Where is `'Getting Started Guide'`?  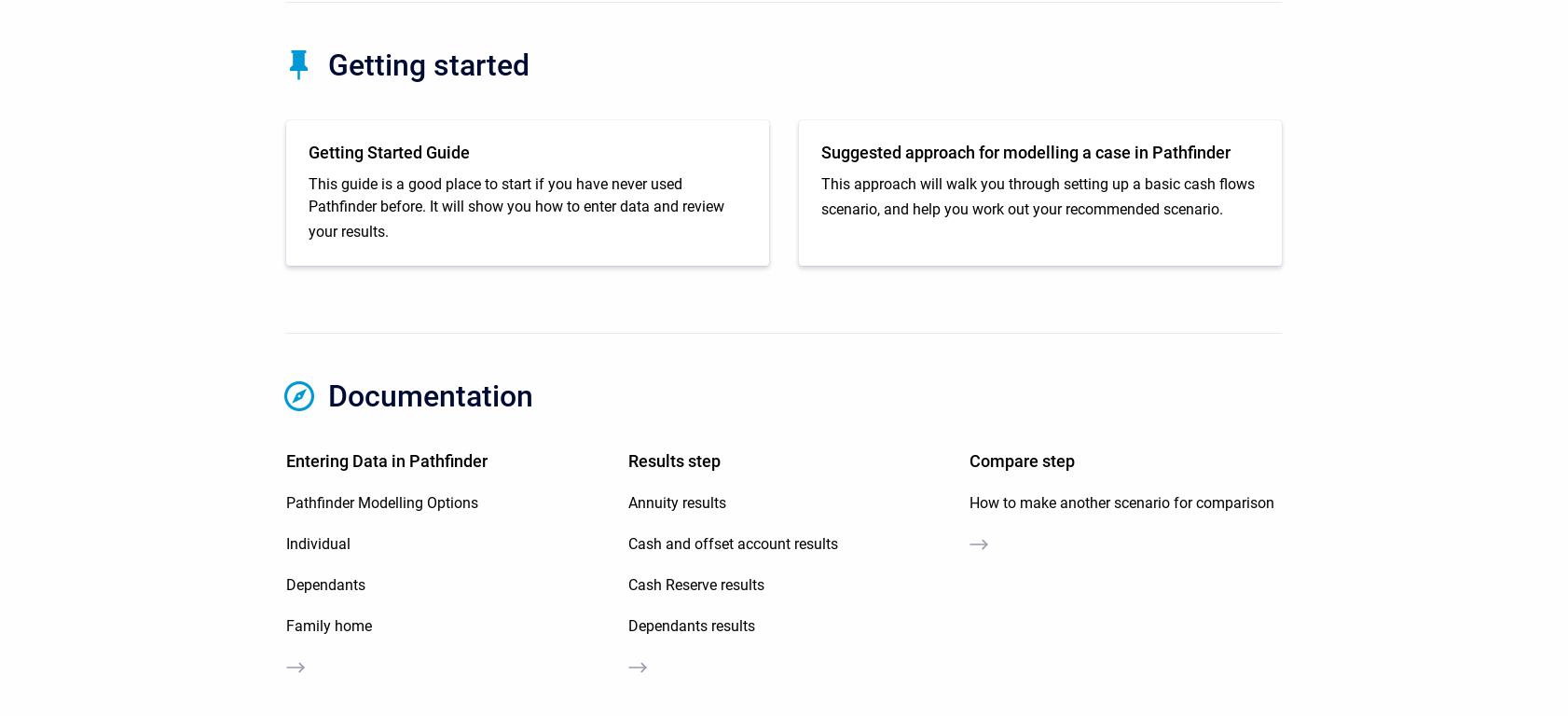
'Getting Started Guide' is located at coordinates (388, 151).